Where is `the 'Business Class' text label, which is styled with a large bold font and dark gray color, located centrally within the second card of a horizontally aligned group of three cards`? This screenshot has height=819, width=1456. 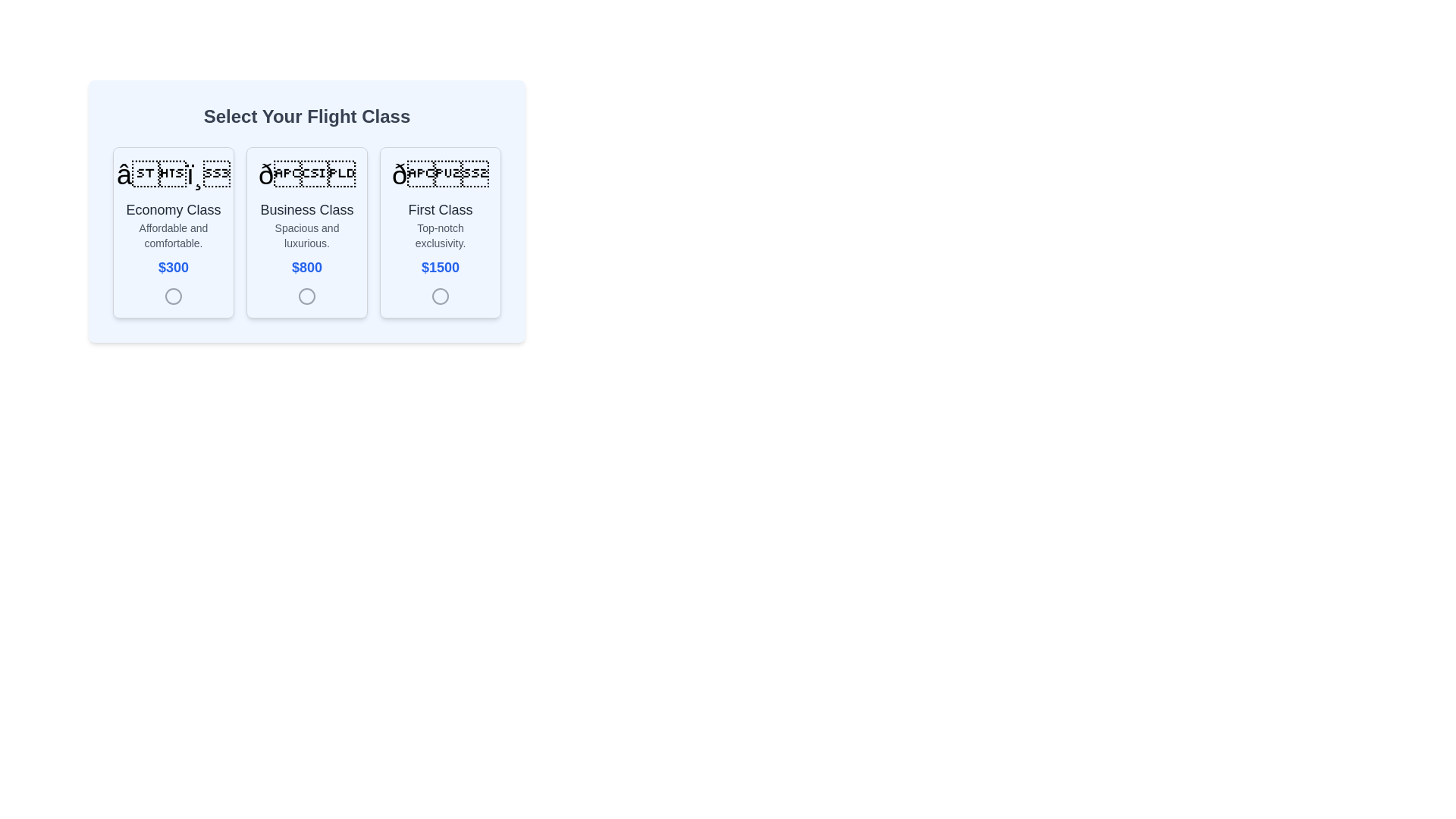
the 'Business Class' text label, which is styled with a large bold font and dark gray color, located centrally within the second card of a horizontally aligned group of three cards is located at coordinates (306, 210).